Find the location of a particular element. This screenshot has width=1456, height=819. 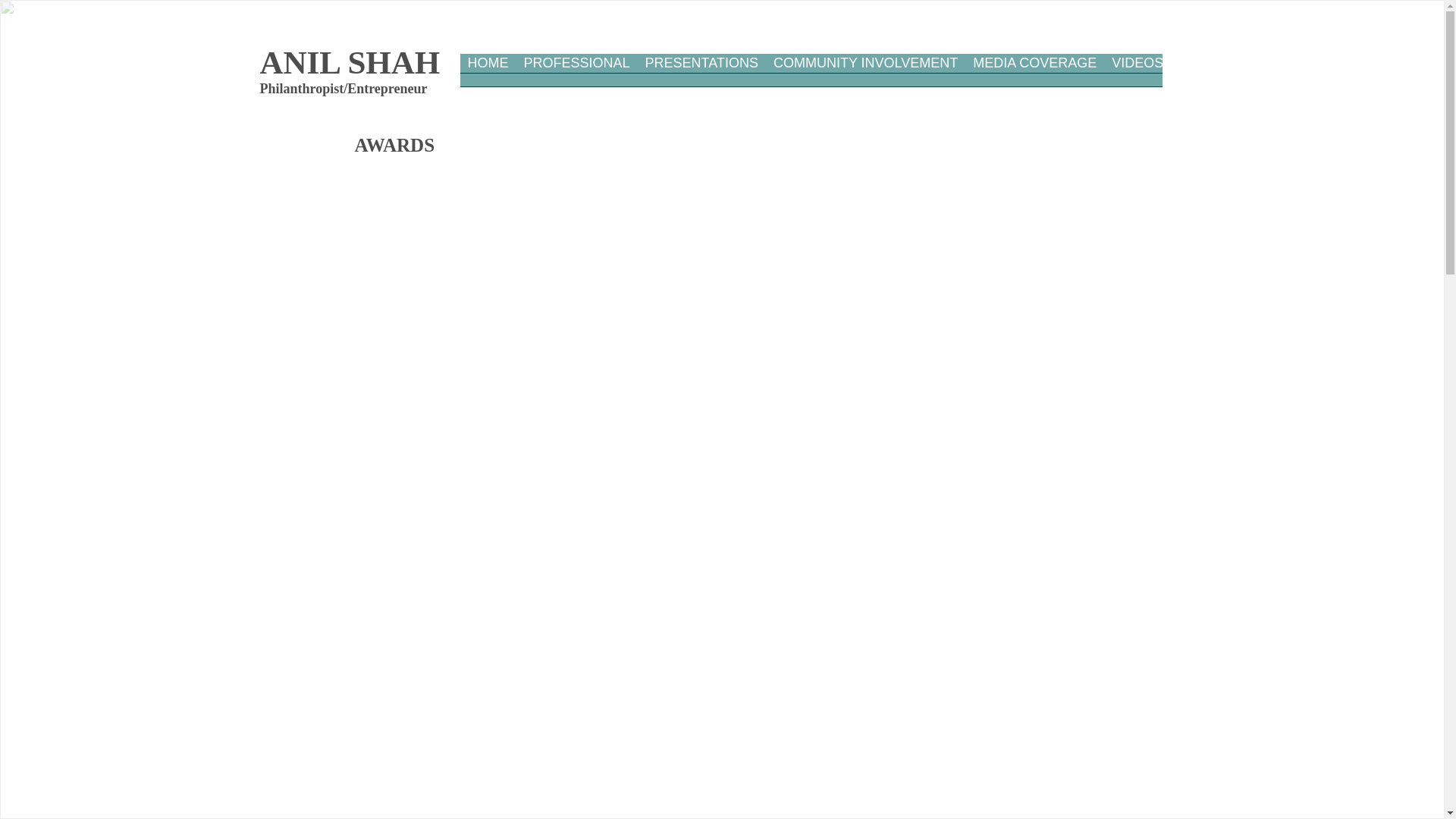

'PROFESSIONAL' is located at coordinates (575, 75).